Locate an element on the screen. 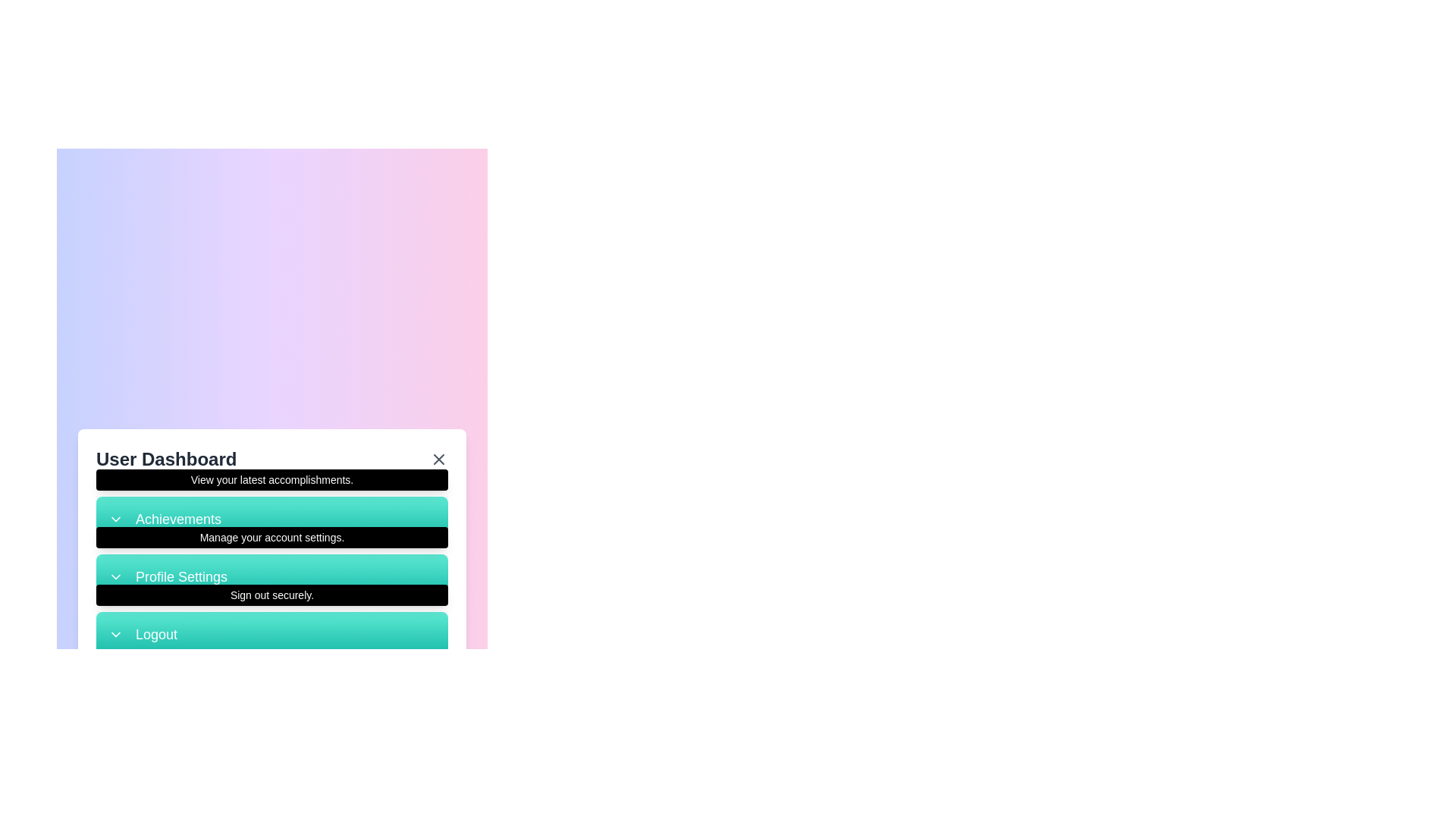  the downward-pointing chevron icon with a thin white stroke in the 'Profile Settings' section is located at coordinates (115, 576).